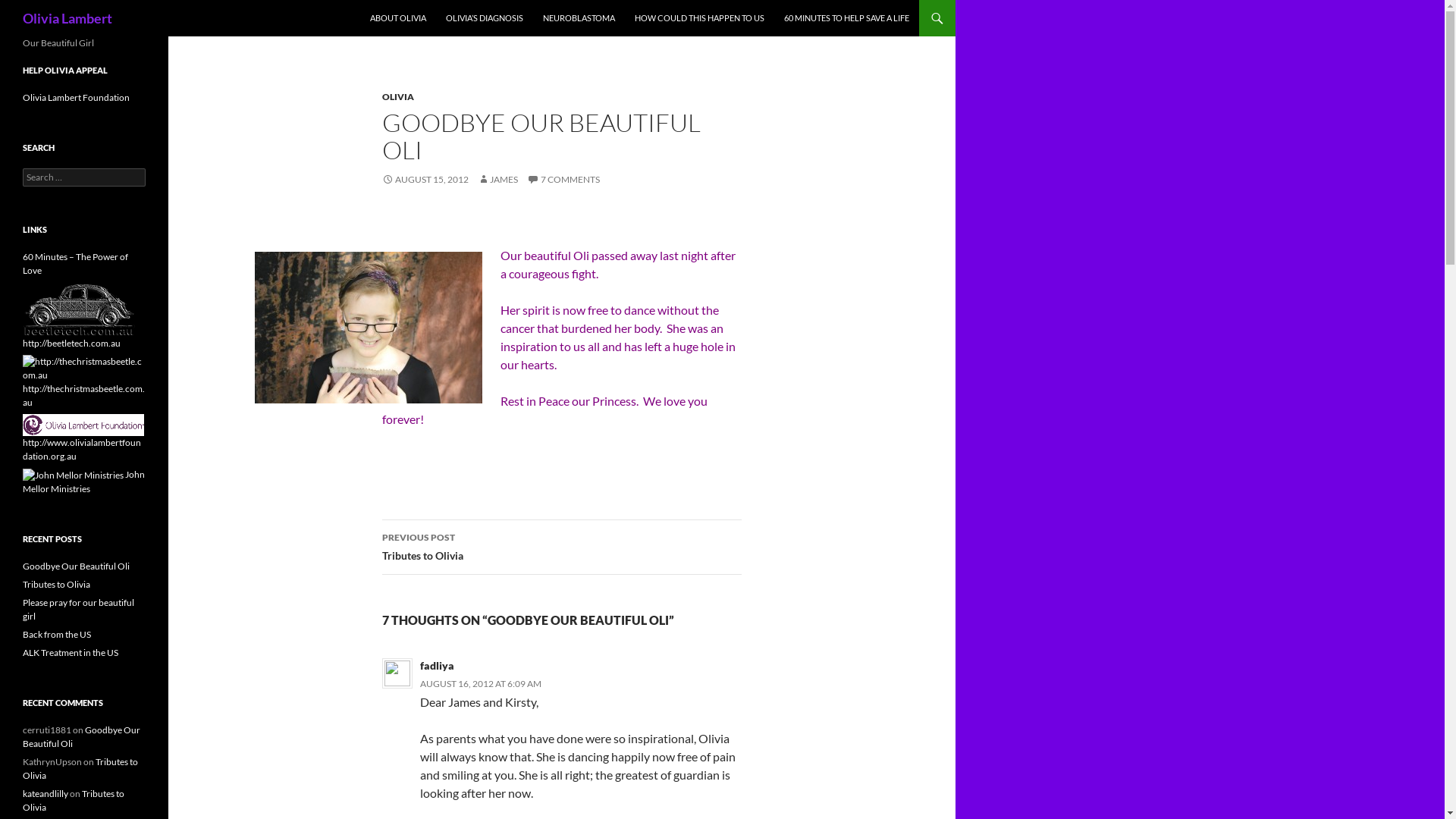 The height and width of the screenshot is (819, 1456). What do you see at coordinates (368, 327) in the screenshot?
I see `'Our Beautiful Angel'` at bounding box center [368, 327].